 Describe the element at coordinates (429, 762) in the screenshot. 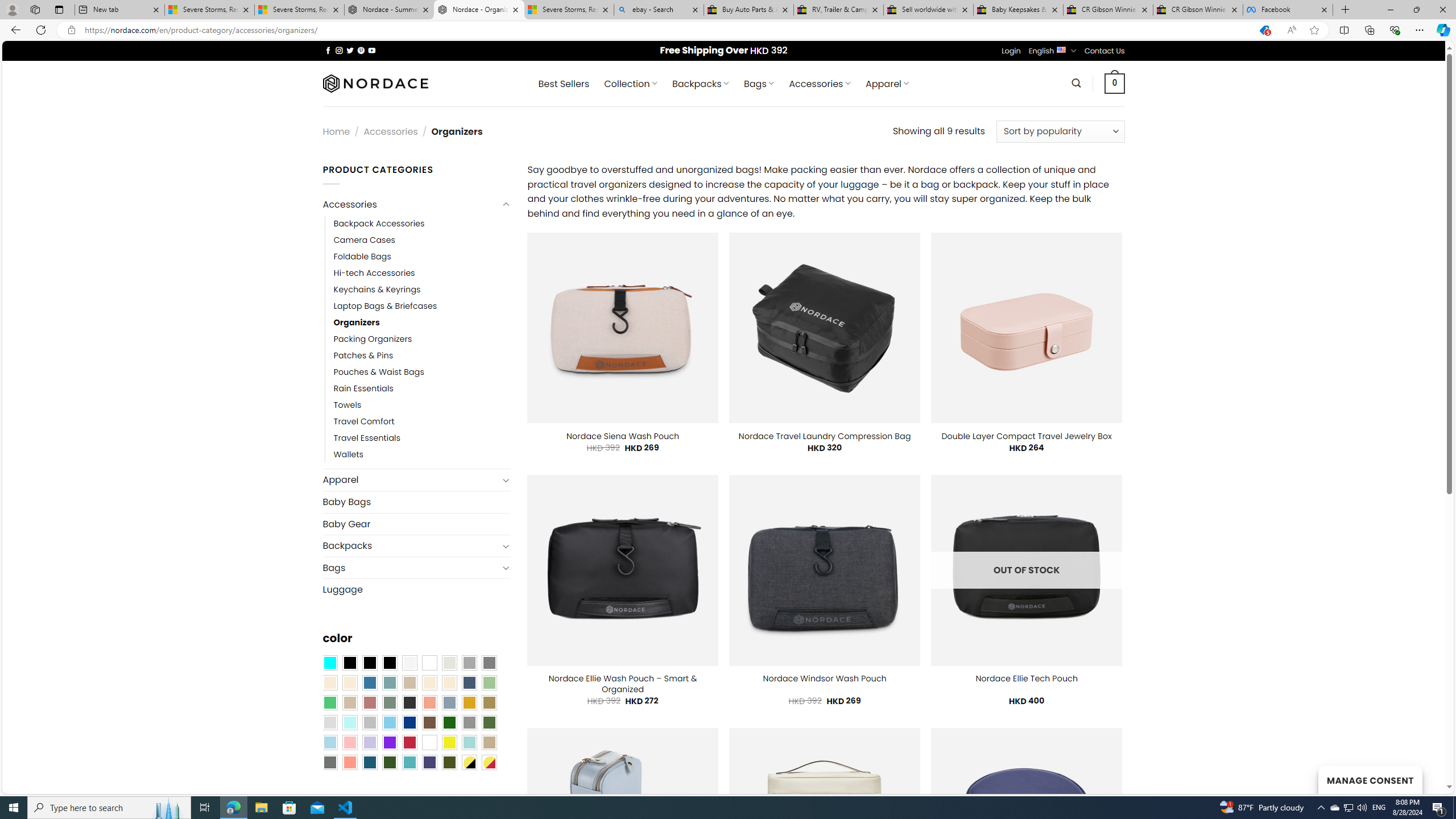

I see `'Purple Navy'` at that location.